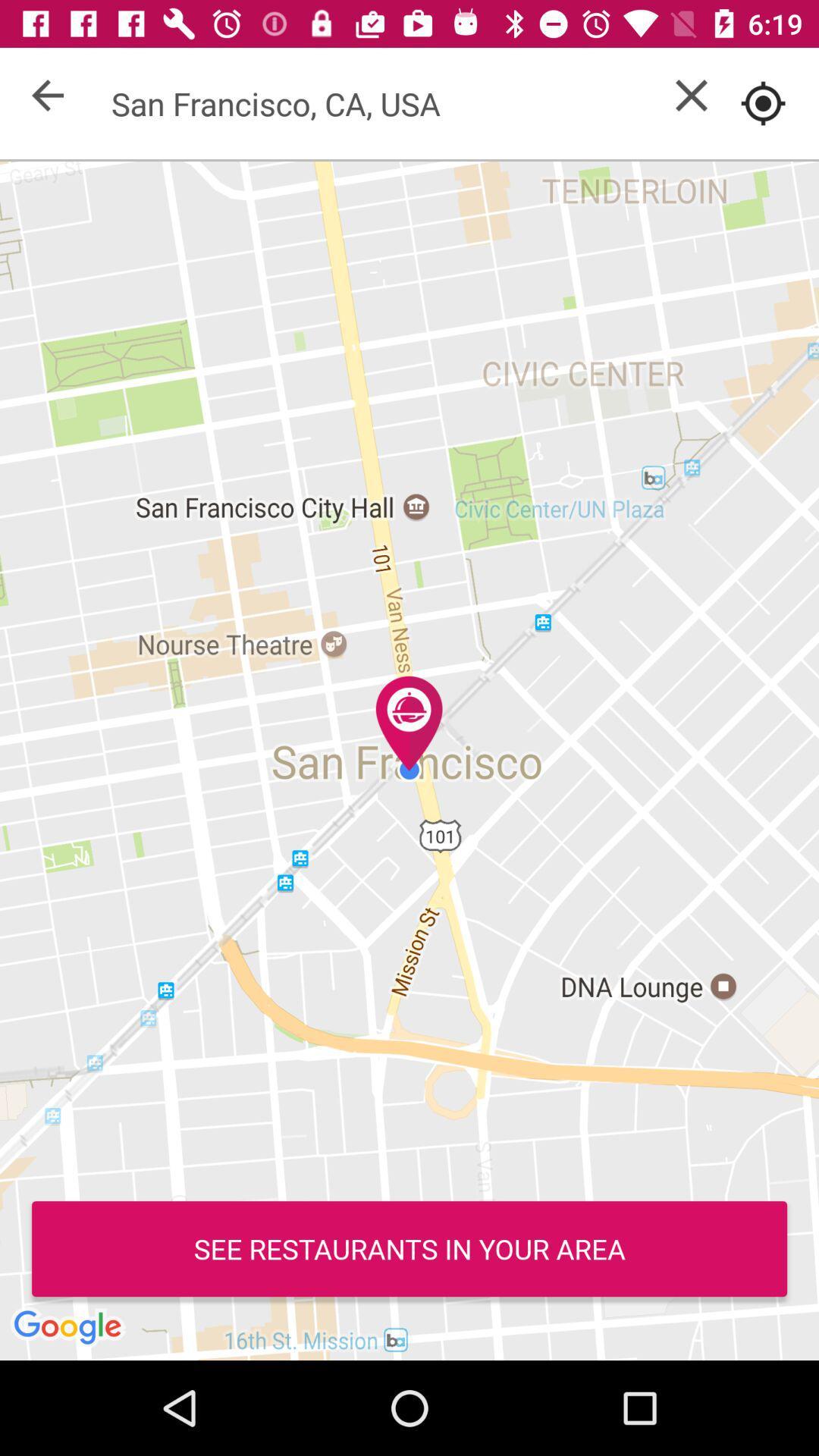 Image resolution: width=819 pixels, height=1456 pixels. I want to click on current location, so click(763, 102).